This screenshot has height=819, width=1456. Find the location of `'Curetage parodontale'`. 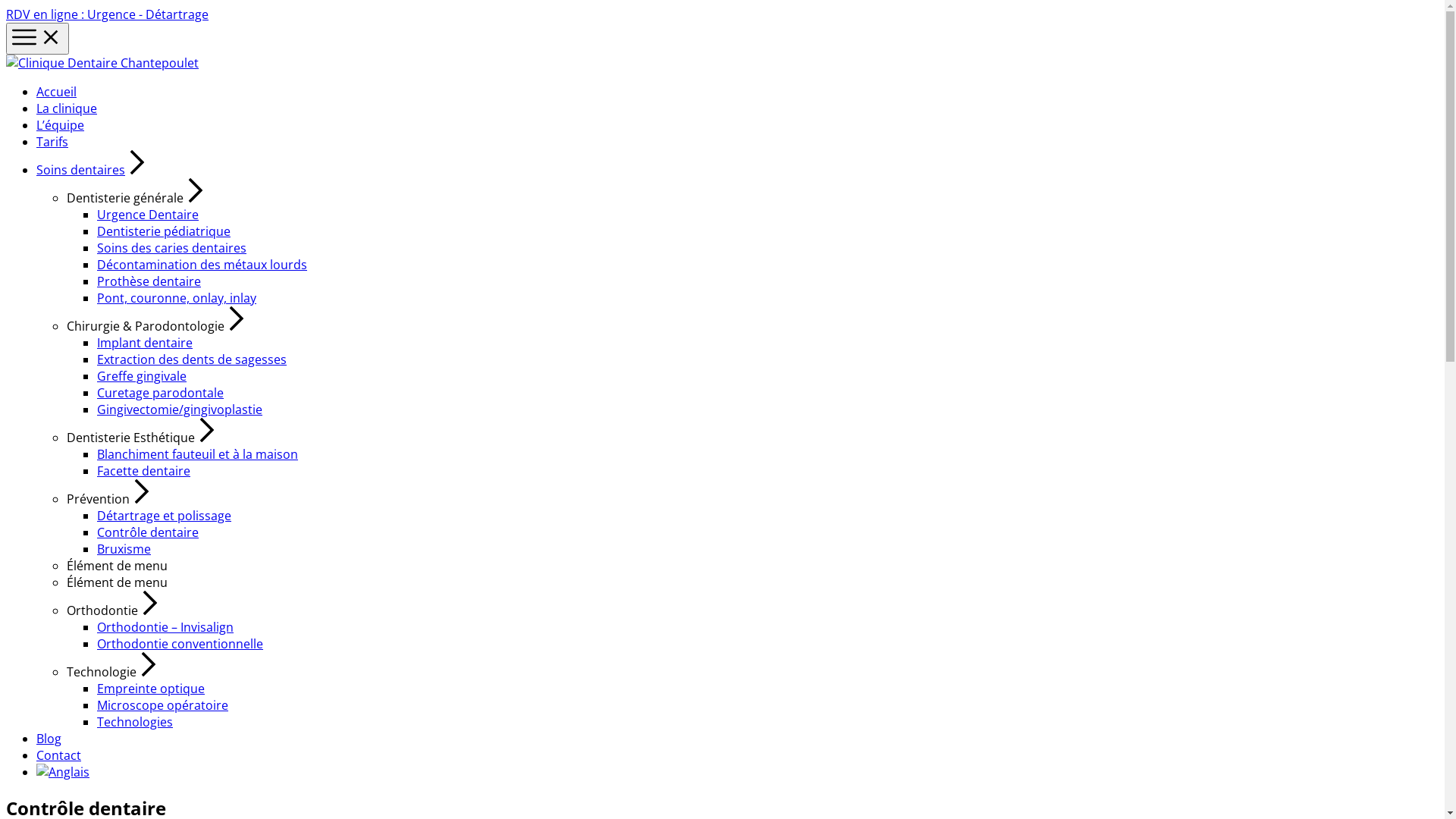

'Curetage parodontale' is located at coordinates (160, 391).